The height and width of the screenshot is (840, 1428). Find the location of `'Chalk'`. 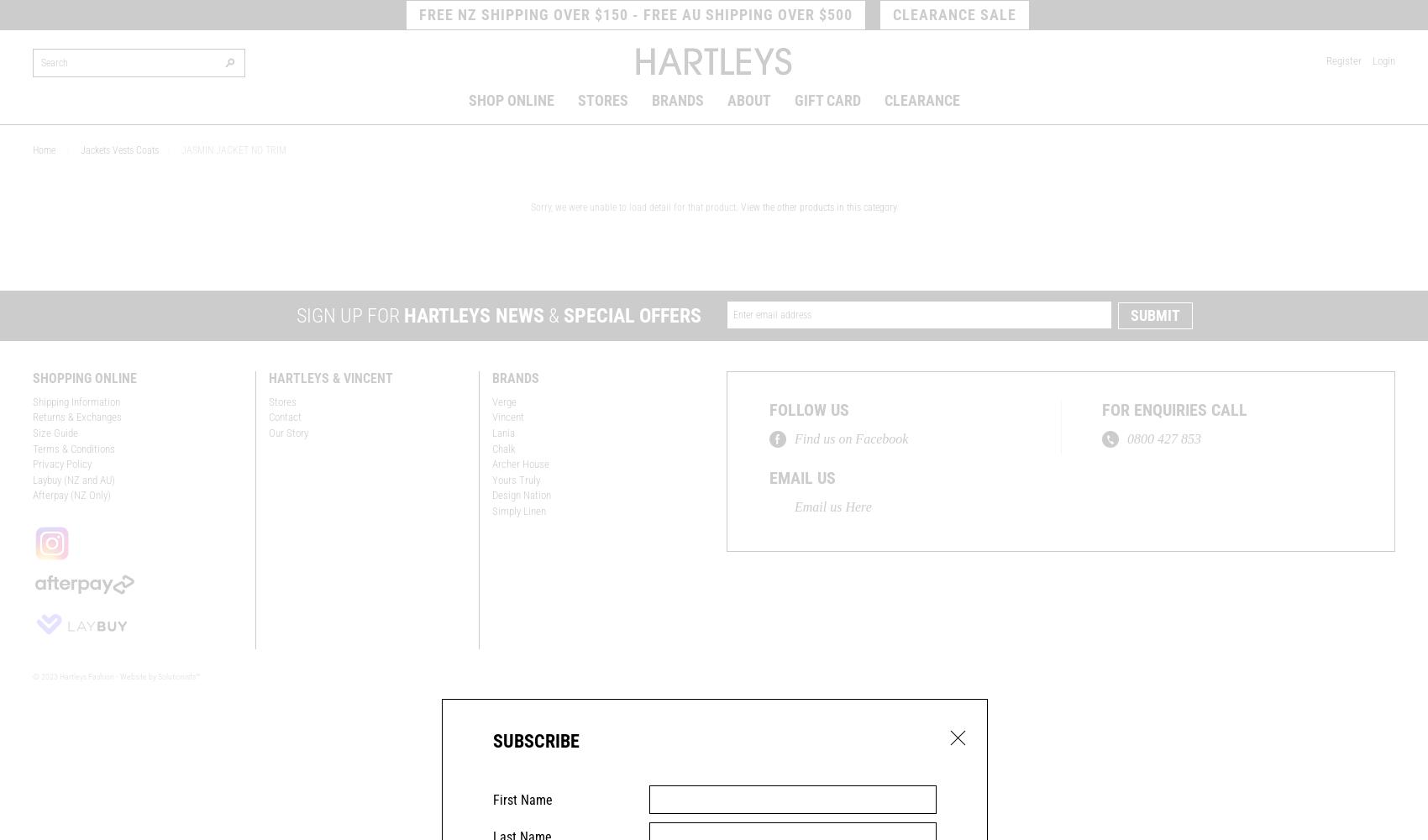

'Chalk' is located at coordinates (490, 448).